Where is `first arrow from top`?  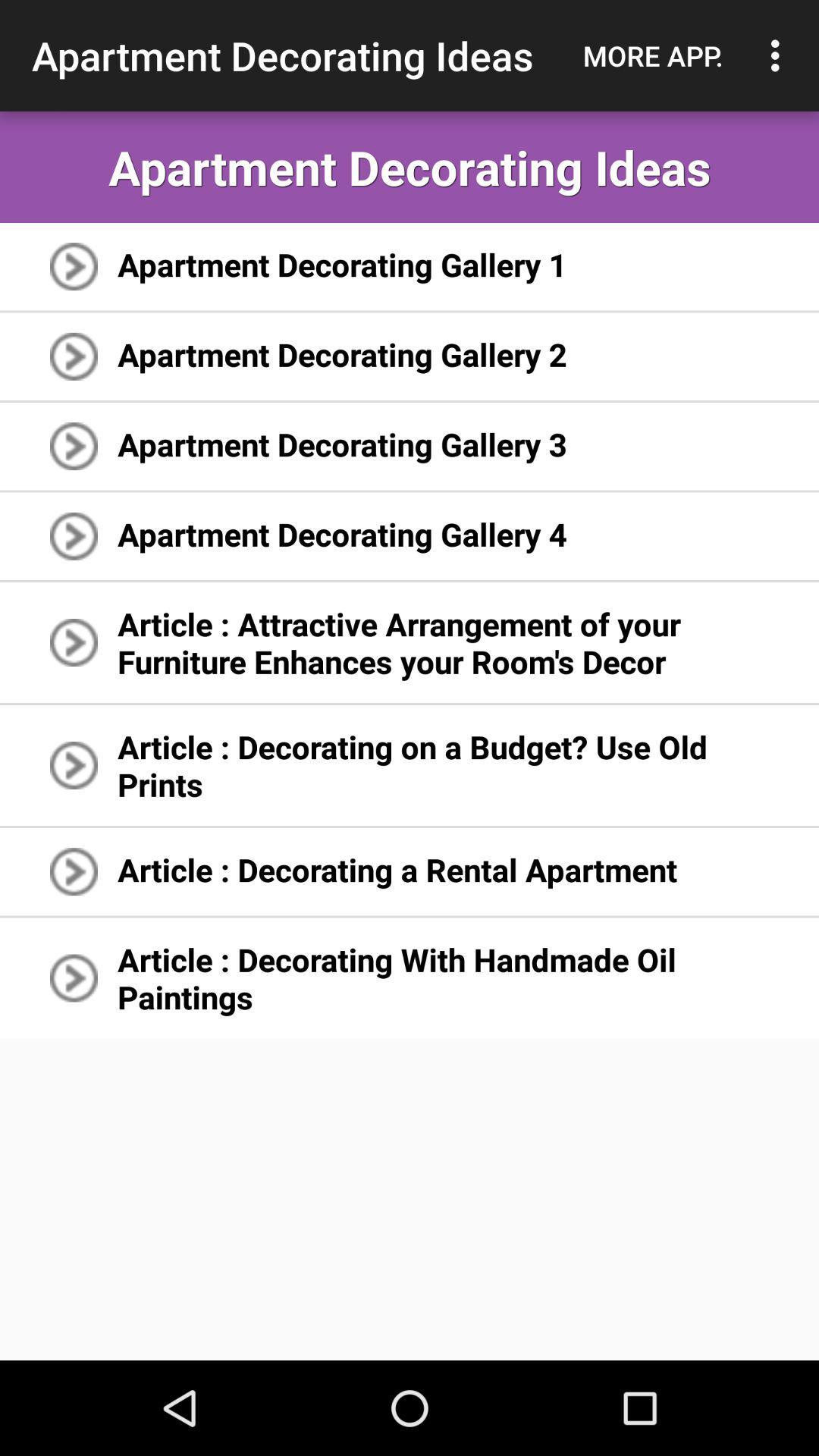
first arrow from top is located at coordinates (74, 266).